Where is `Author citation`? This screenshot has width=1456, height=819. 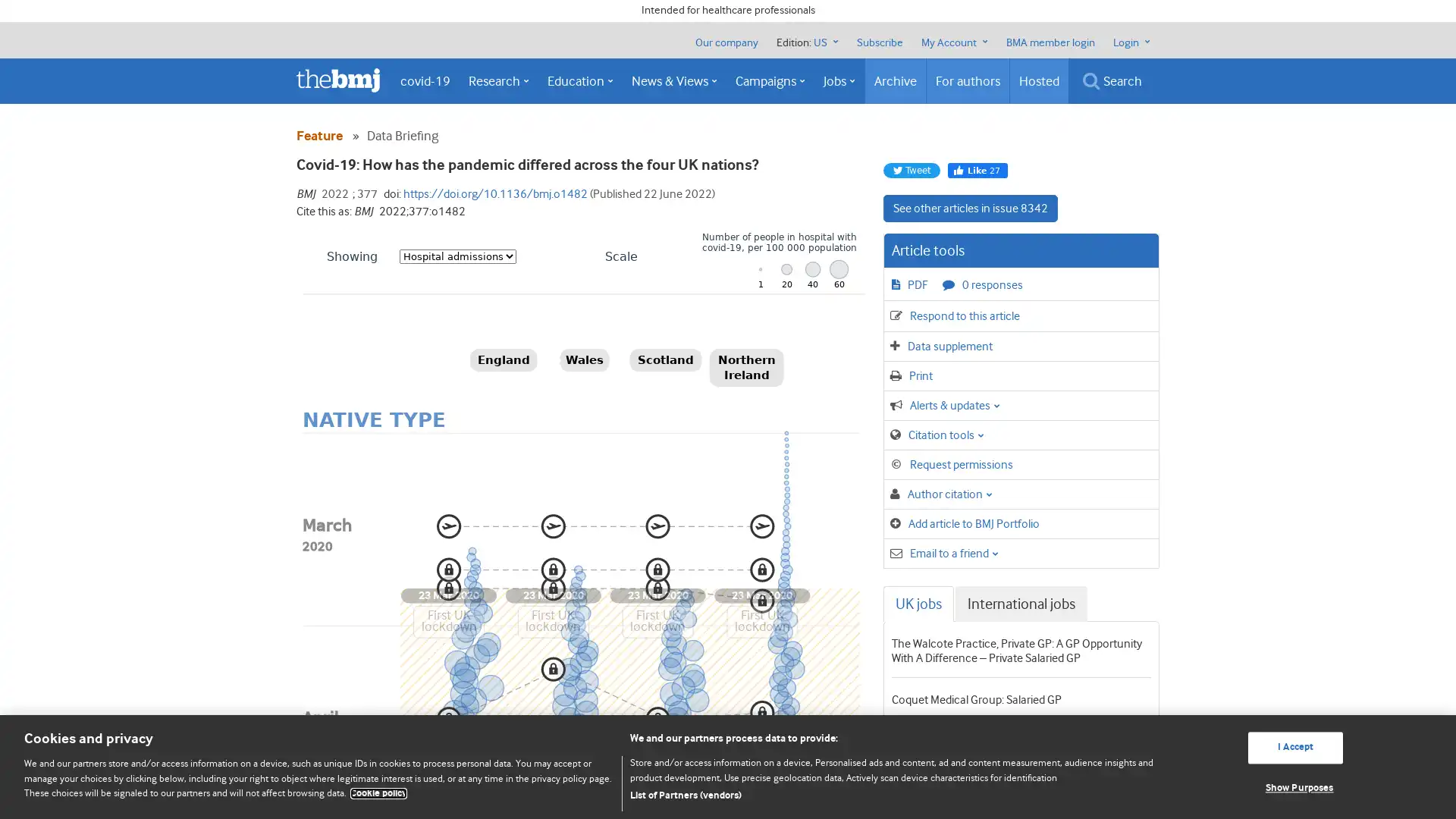
Author citation is located at coordinates (948, 494).